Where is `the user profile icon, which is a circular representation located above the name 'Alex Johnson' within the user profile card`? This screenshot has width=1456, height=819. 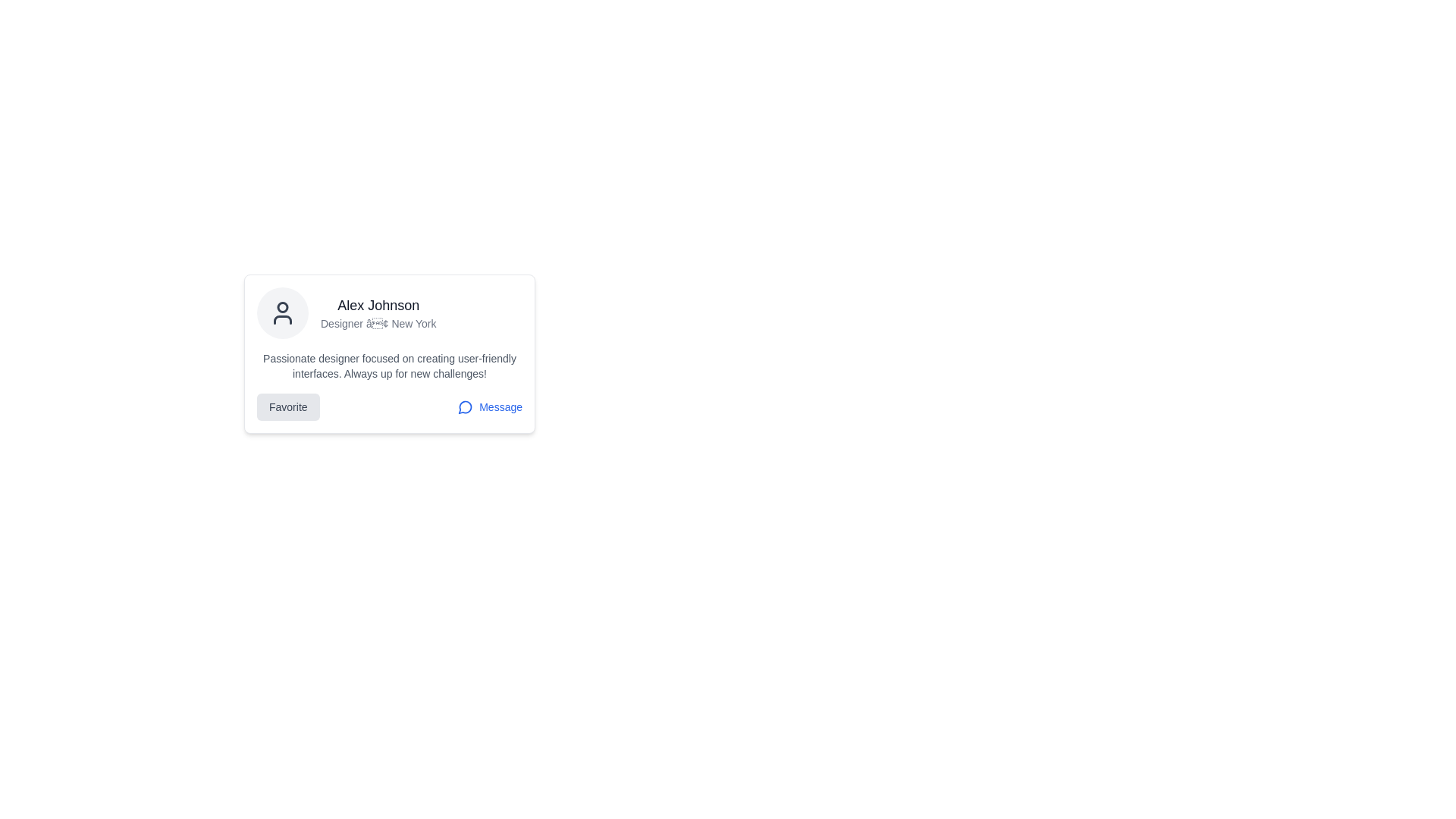 the user profile icon, which is a circular representation located above the name 'Alex Johnson' within the user profile card is located at coordinates (283, 312).